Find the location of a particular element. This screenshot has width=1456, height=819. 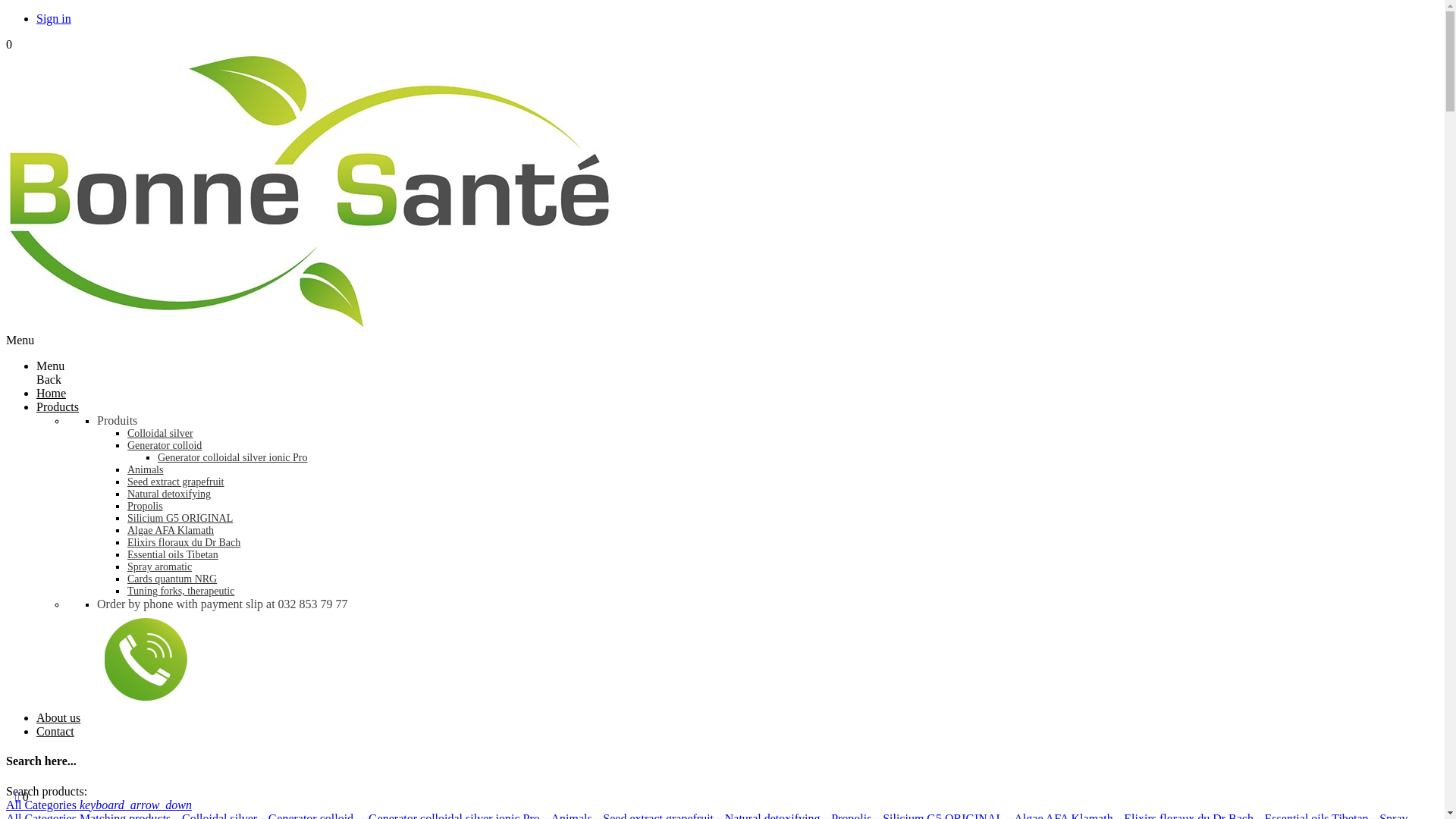

'Algae AFA Klamath' is located at coordinates (171, 529).